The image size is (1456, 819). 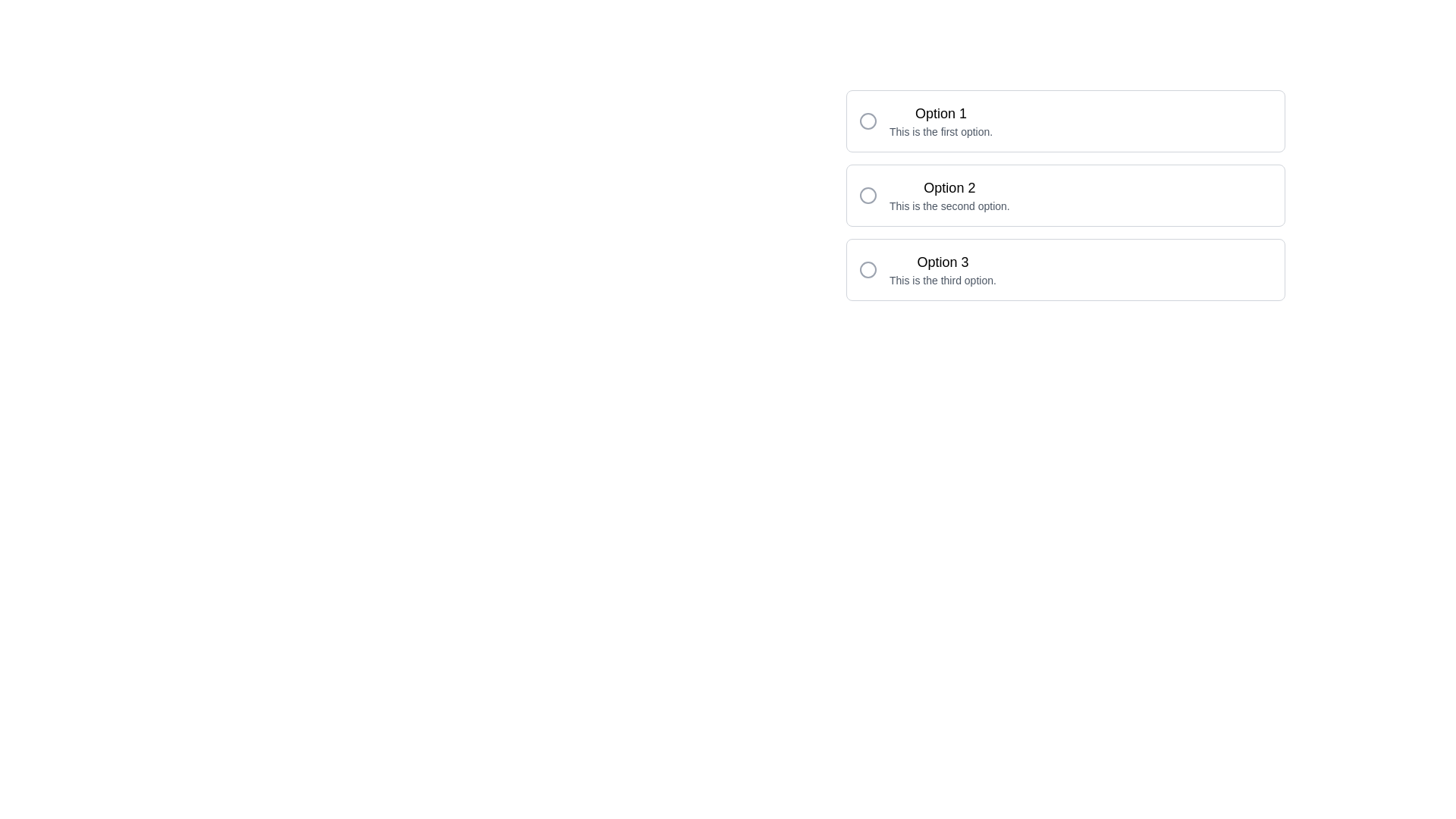 What do you see at coordinates (940, 120) in the screenshot?
I see `the text label displaying 'Option 1' and 'This is the first option.' which is the first item in a vertical stack, positioned in a light box with a border` at bounding box center [940, 120].